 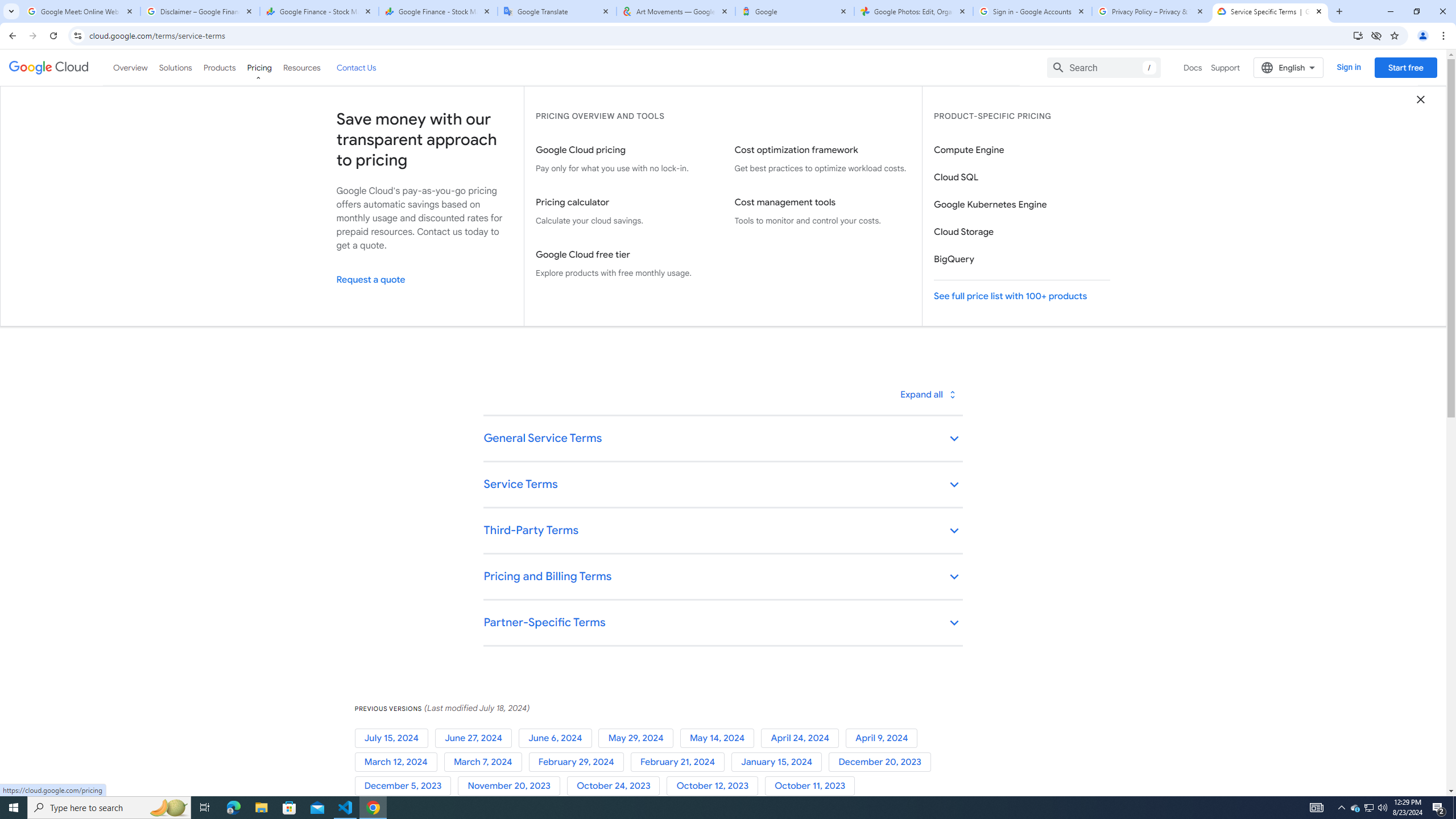 What do you see at coordinates (1020, 150) in the screenshot?
I see `'Compute Engine'` at bounding box center [1020, 150].